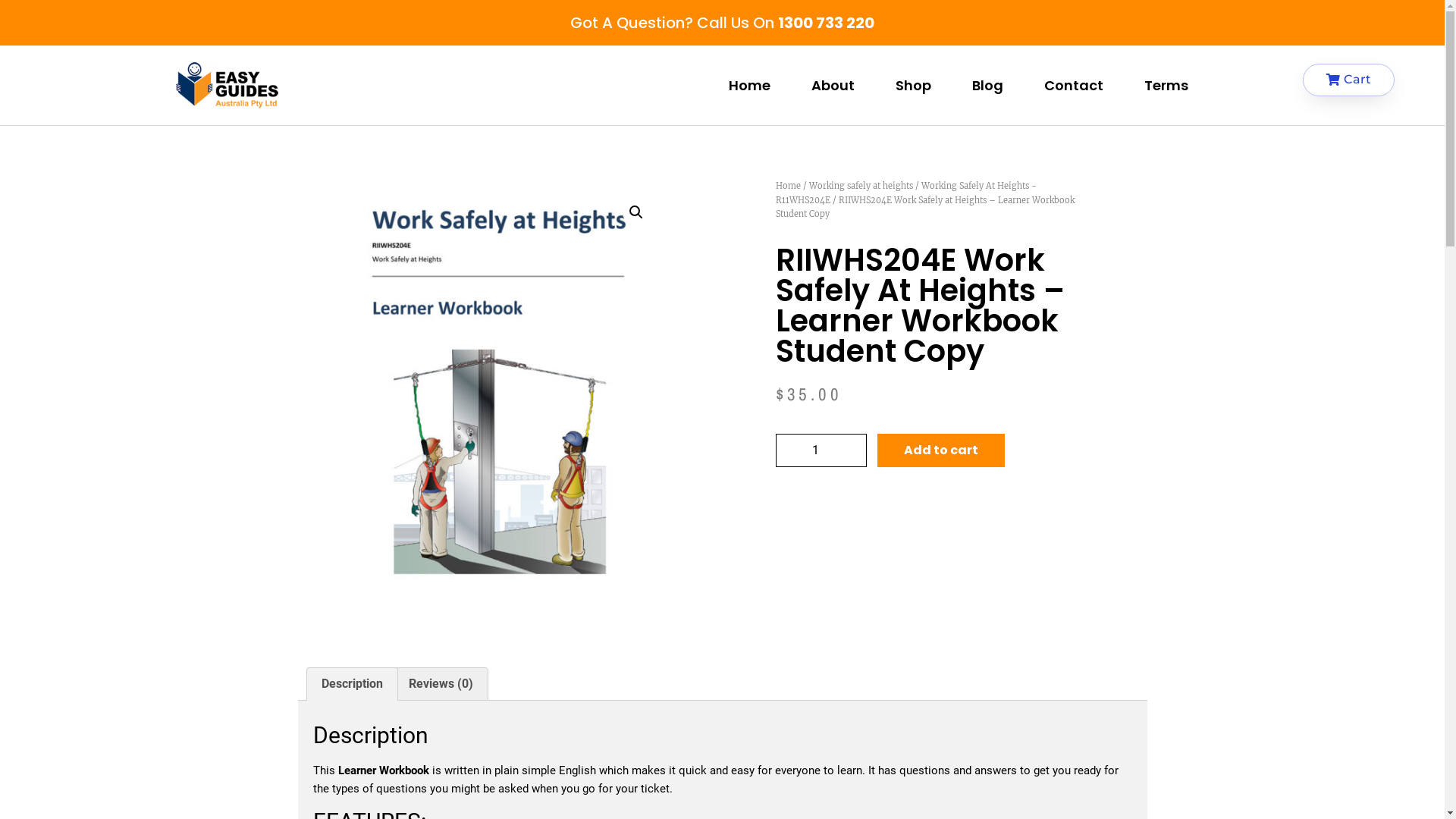  What do you see at coordinates (787, 185) in the screenshot?
I see `'Home'` at bounding box center [787, 185].